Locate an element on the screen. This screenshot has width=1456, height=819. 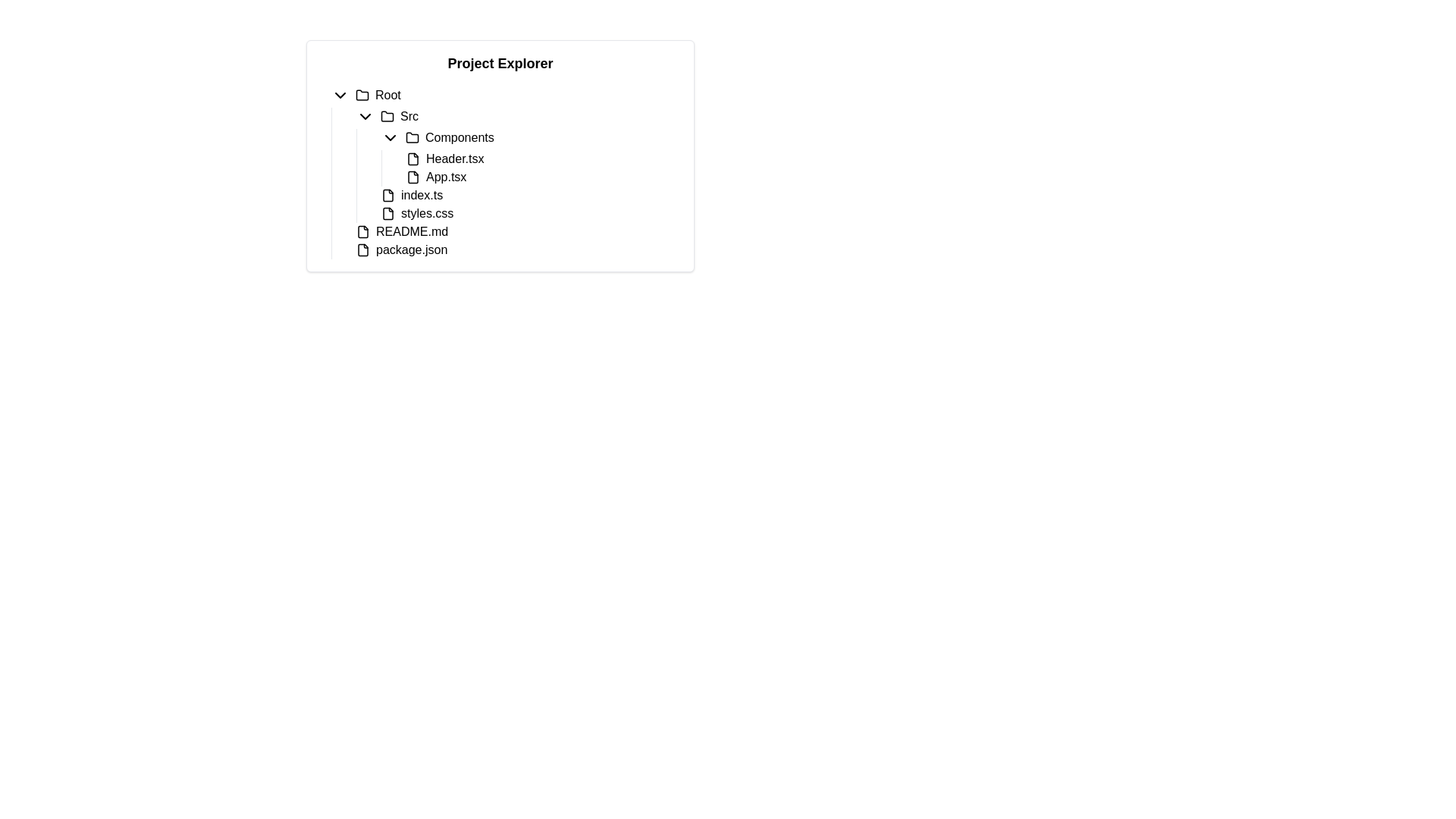
the file icon representing 'App.tsx' located in the 'Src' folder, which precedes the text 'App.tsx' in the project explorer is located at coordinates (413, 177).